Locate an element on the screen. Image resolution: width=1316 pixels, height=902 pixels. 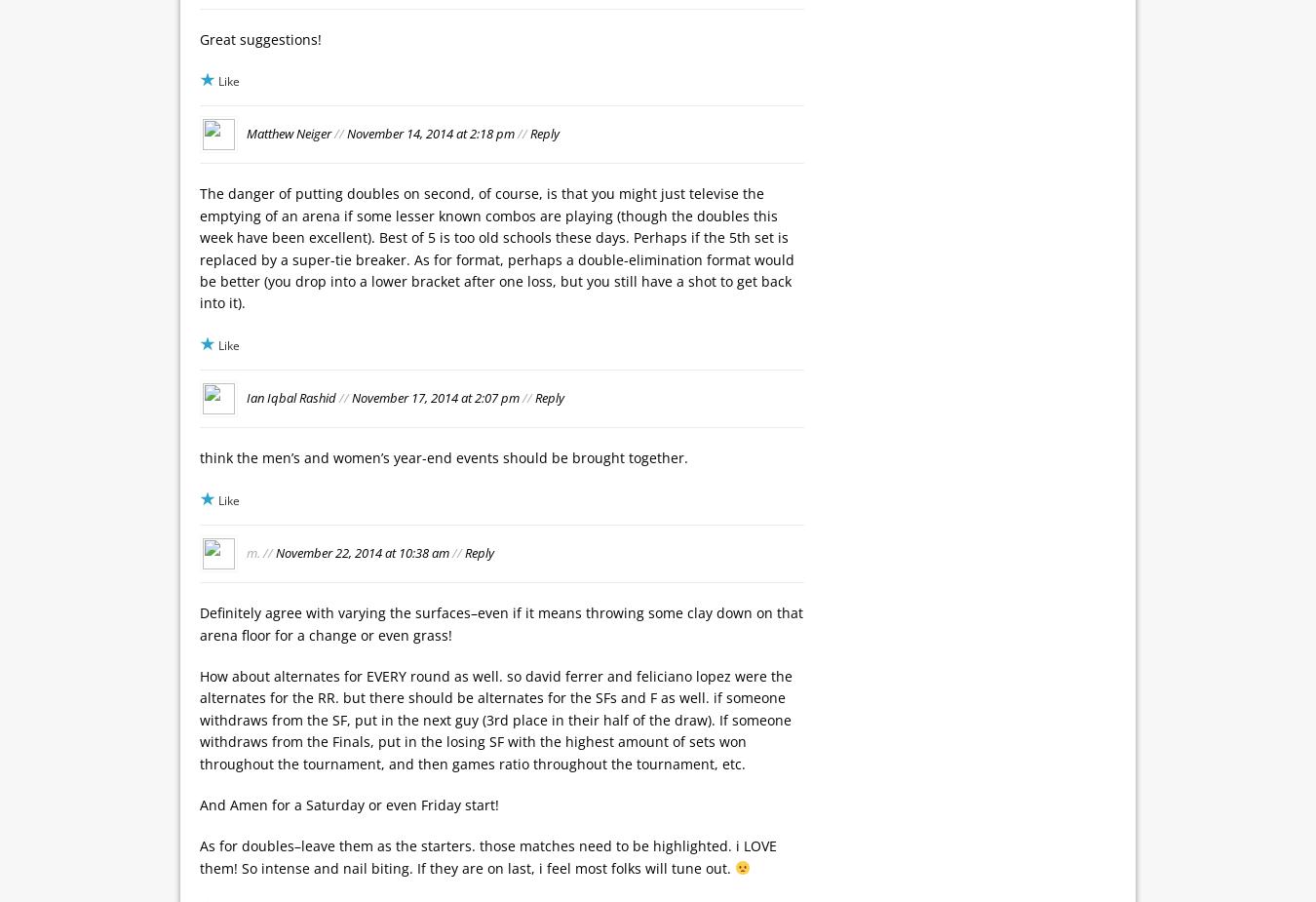
'think the men’s and women’s year-end events should be brought together.' is located at coordinates (200, 457).